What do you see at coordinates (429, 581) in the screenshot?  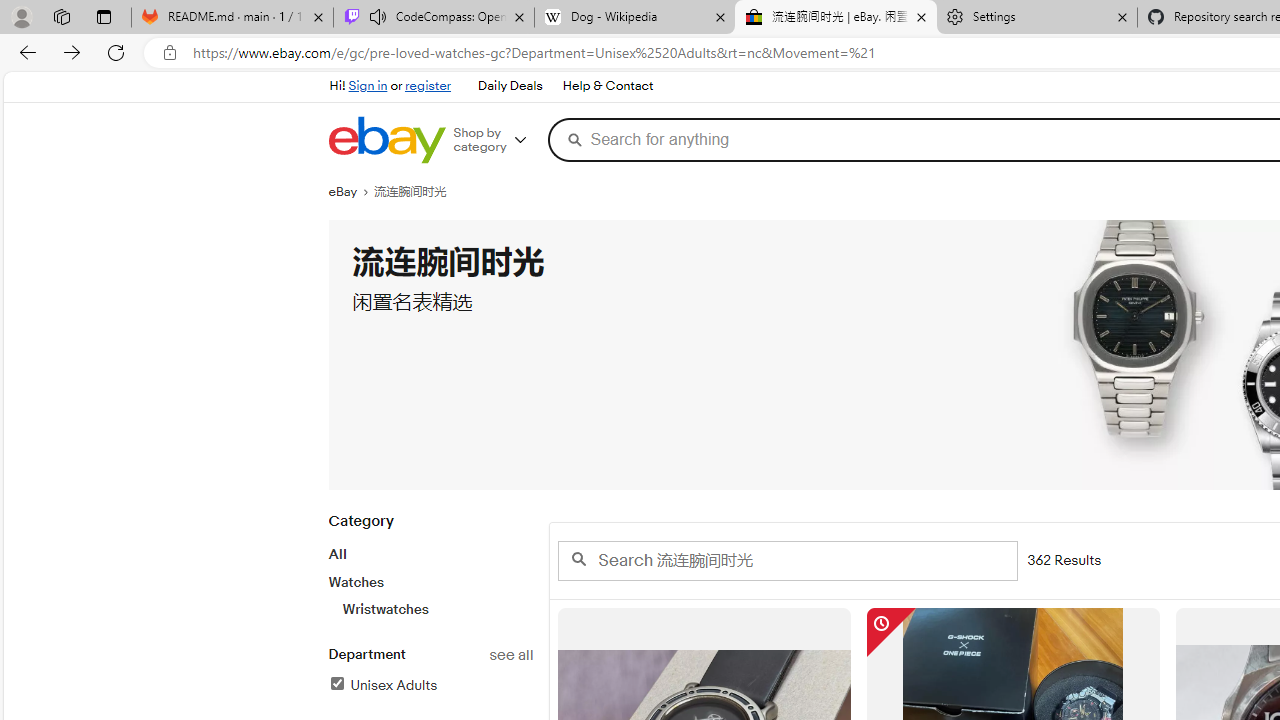 I see `'AllWatchesWristwatches'` at bounding box center [429, 581].